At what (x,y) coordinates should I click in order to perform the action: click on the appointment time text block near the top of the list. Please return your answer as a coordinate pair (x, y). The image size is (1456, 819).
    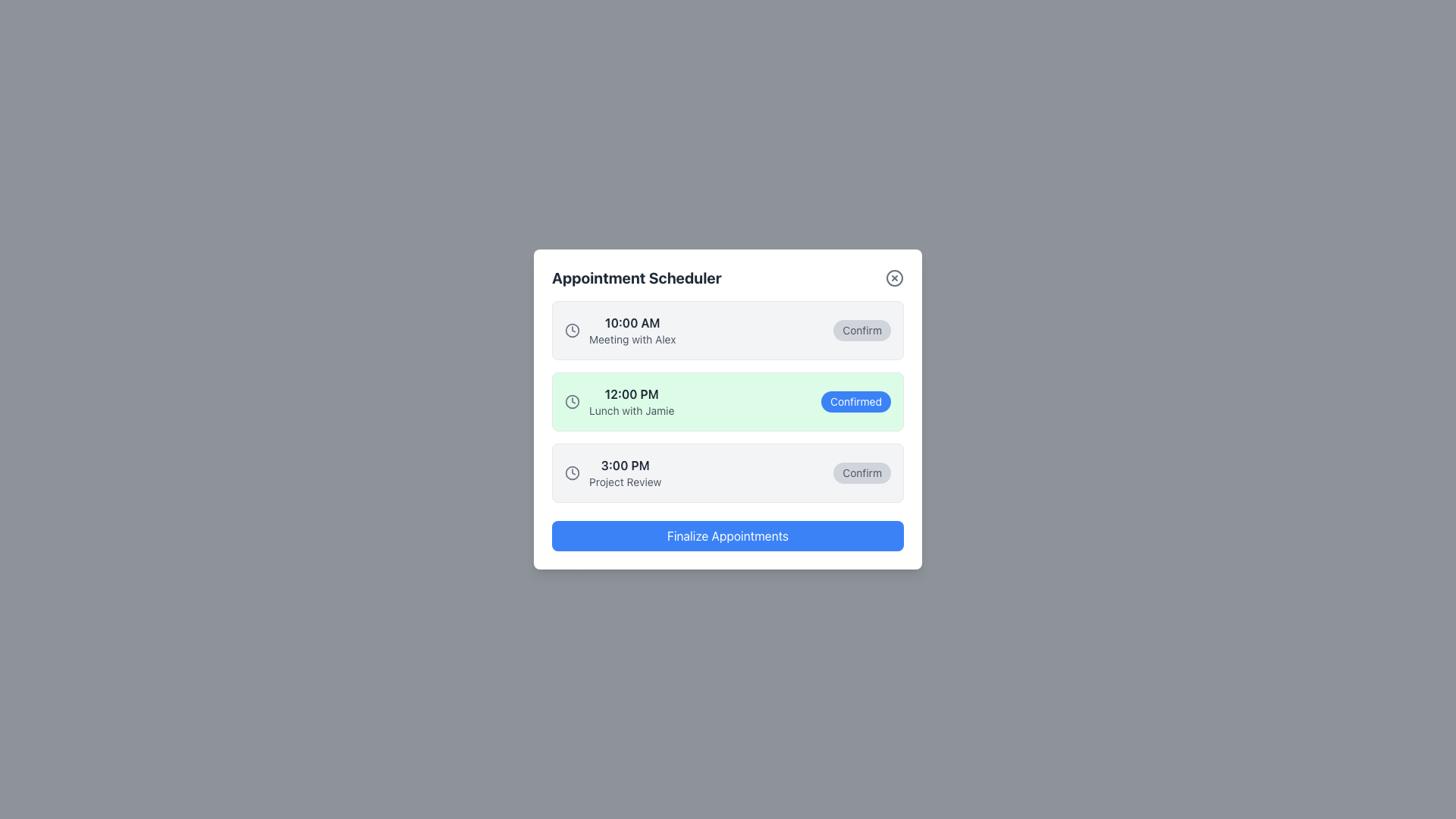
    Looking at the image, I should click on (620, 329).